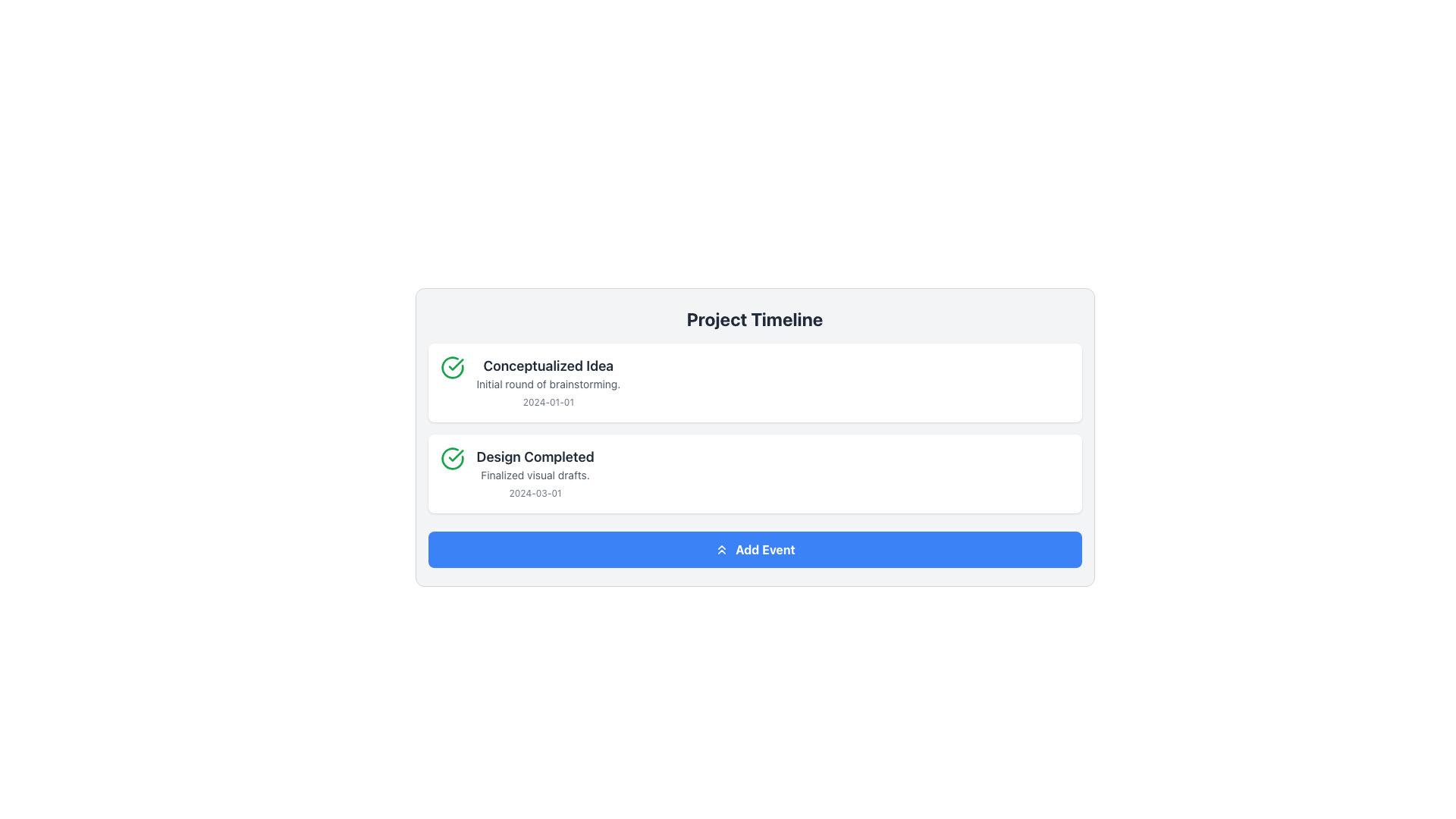 Image resolution: width=1456 pixels, height=819 pixels. What do you see at coordinates (548, 401) in the screenshot?
I see `the text label displaying the date '2024-01-01', which is styled in light gray and positioned below the title 'Conceptualized Idea' in the project timeline entry` at bounding box center [548, 401].